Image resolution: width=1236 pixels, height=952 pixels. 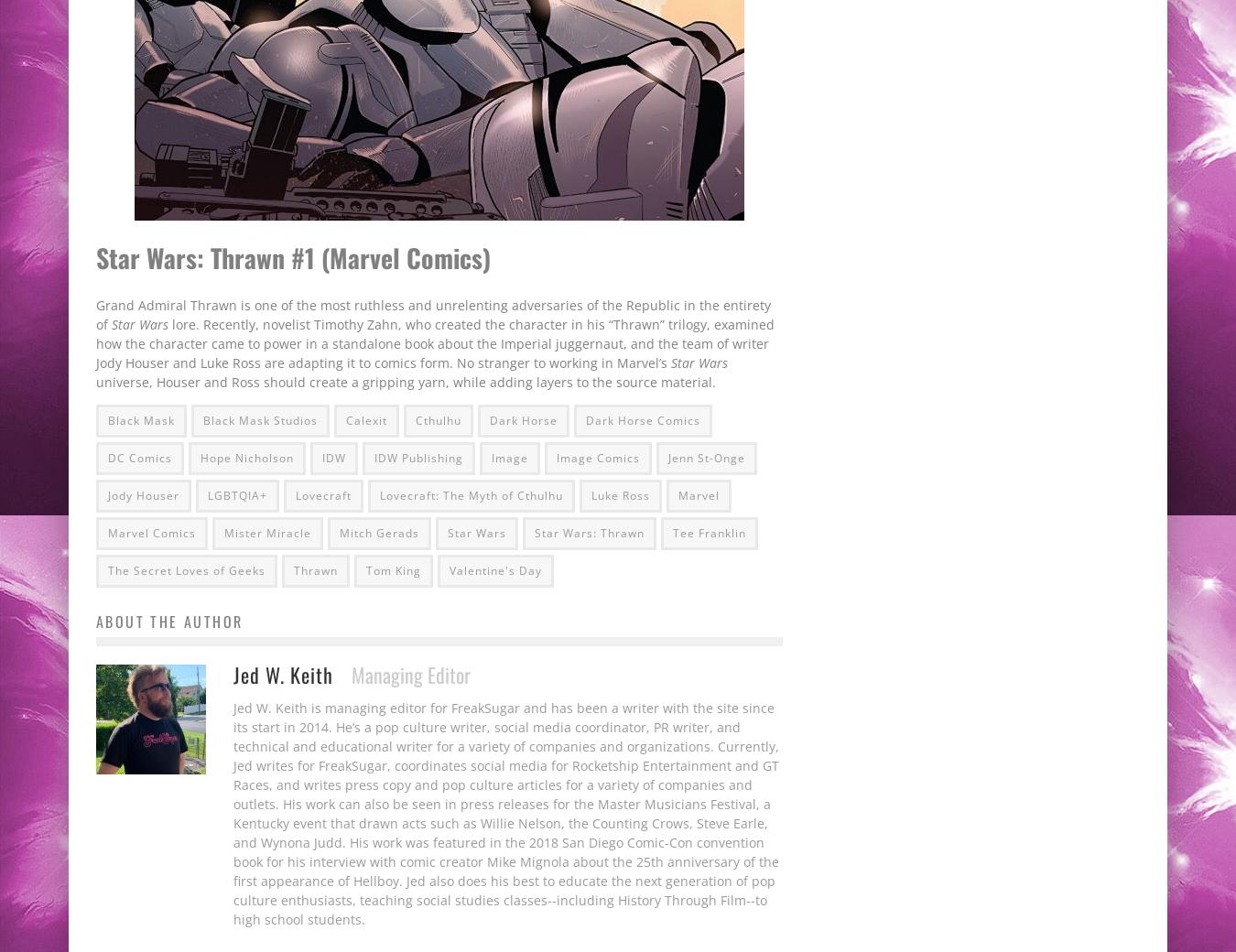 What do you see at coordinates (411, 674) in the screenshot?
I see `'Managing Editor'` at bounding box center [411, 674].